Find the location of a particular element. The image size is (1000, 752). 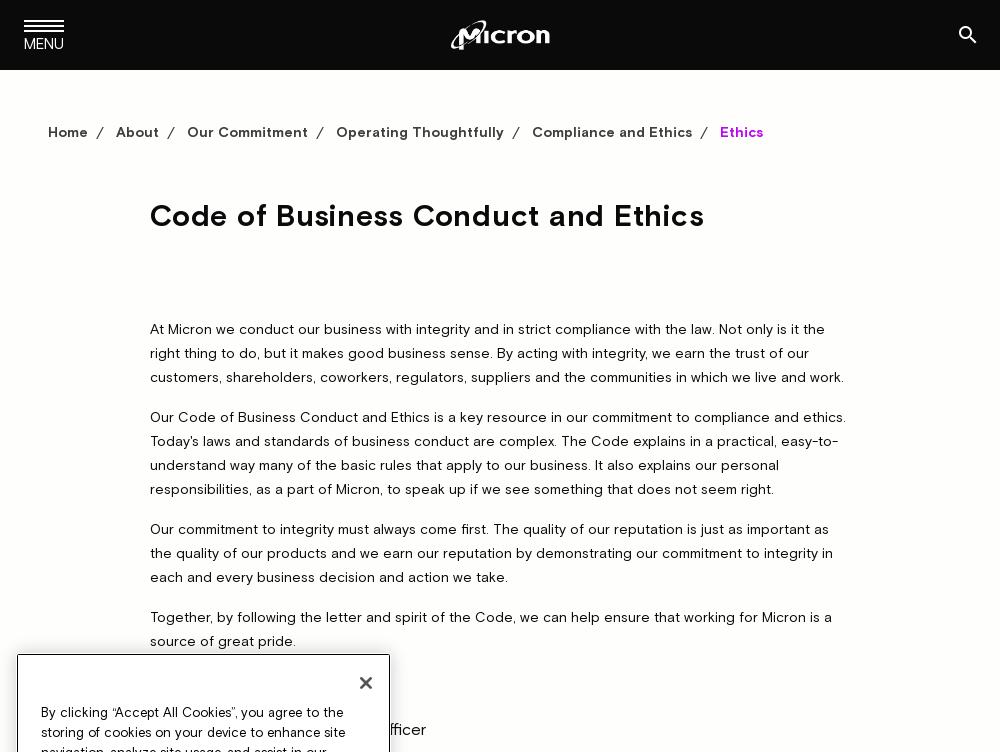

'Menu' is located at coordinates (44, 43).